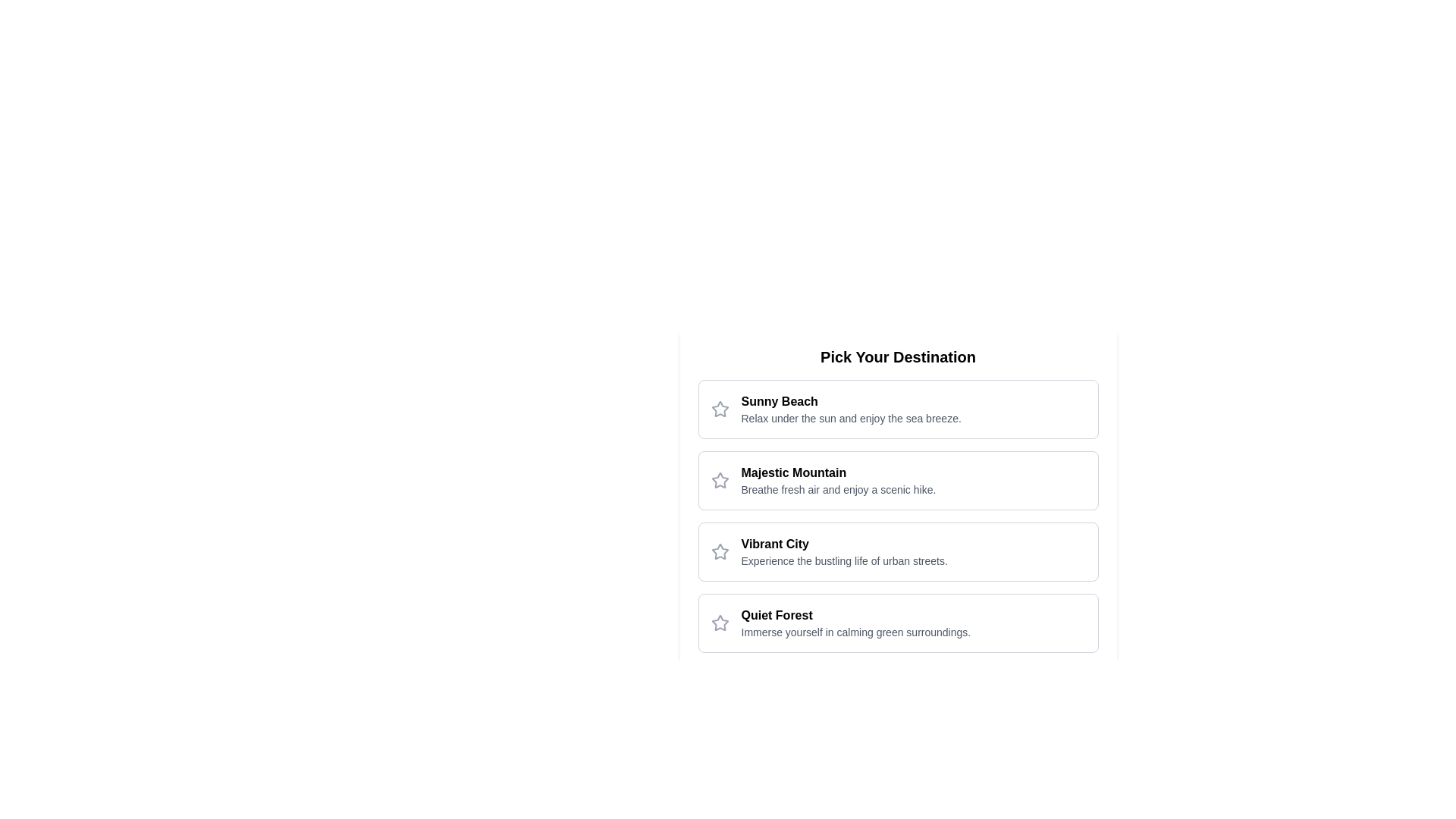  What do you see at coordinates (898, 623) in the screenshot?
I see `the 'Quiet Forest' destination card, which is the last item in the vertical list of destination options` at bounding box center [898, 623].